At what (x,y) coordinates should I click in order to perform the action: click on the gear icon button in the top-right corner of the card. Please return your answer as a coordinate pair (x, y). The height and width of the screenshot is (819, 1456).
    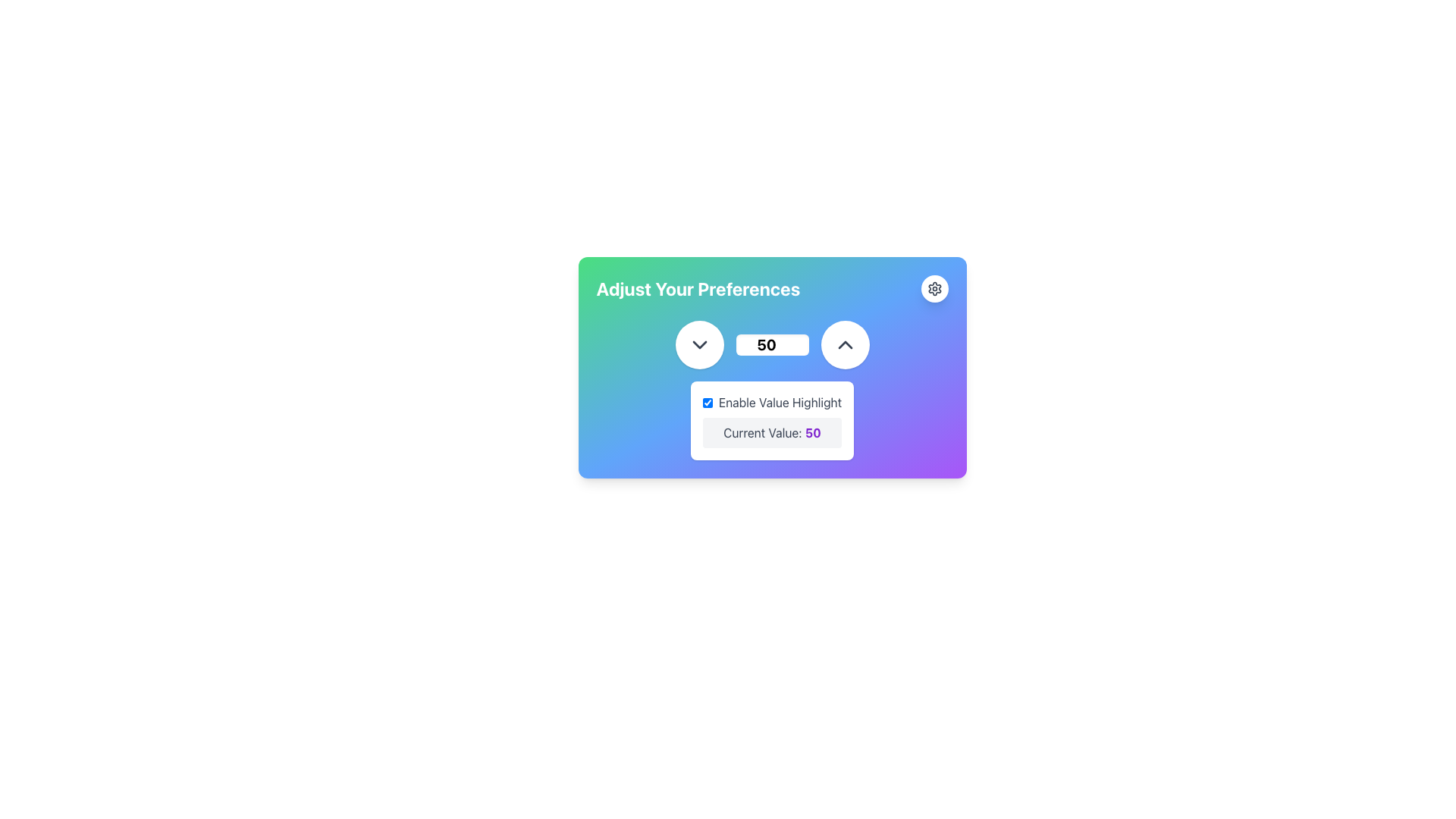
    Looking at the image, I should click on (934, 289).